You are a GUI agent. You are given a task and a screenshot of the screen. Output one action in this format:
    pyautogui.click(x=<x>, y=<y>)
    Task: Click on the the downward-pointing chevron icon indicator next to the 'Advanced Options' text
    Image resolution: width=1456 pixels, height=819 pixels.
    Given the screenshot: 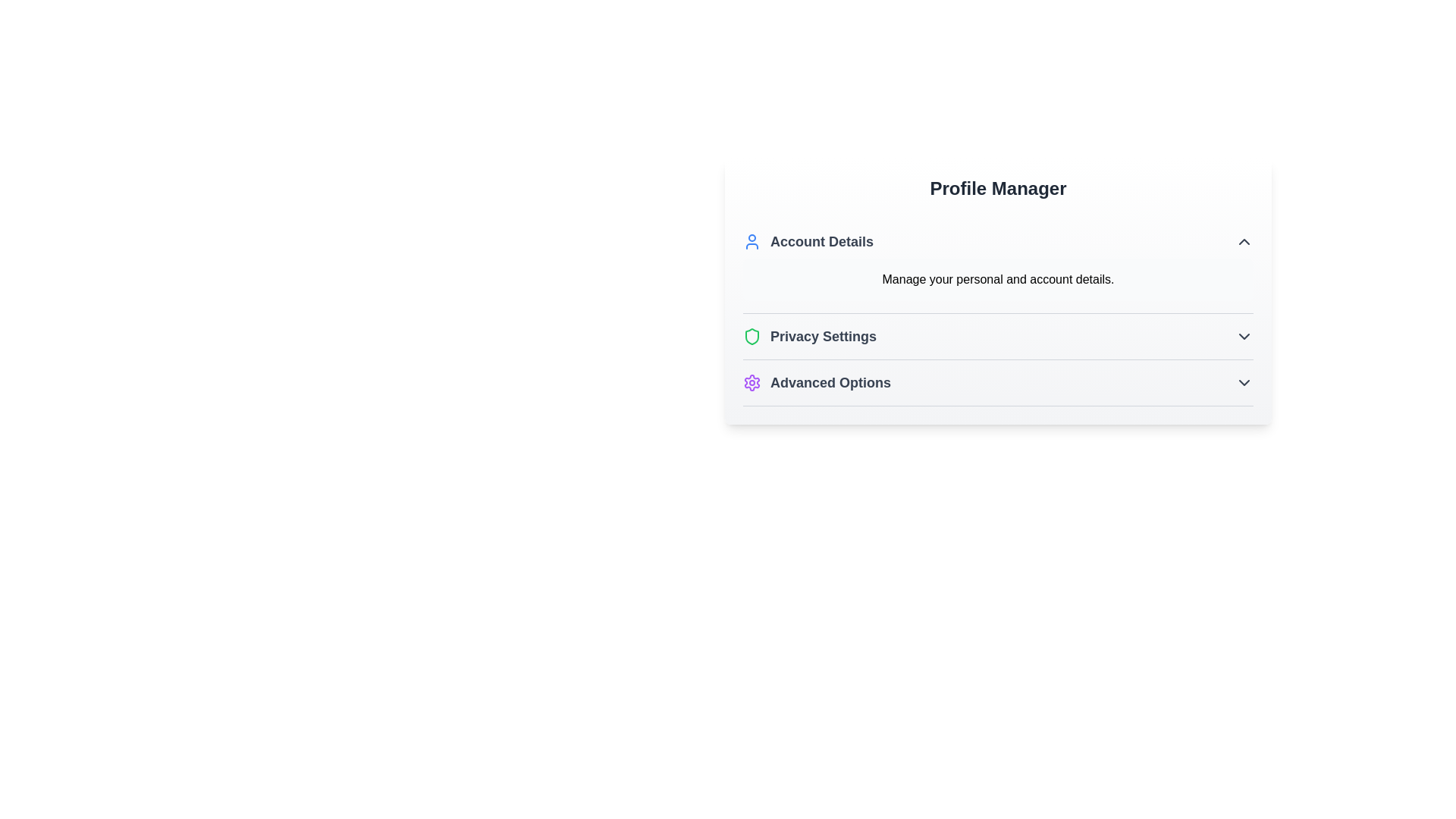 What is the action you would take?
    pyautogui.click(x=1244, y=382)
    